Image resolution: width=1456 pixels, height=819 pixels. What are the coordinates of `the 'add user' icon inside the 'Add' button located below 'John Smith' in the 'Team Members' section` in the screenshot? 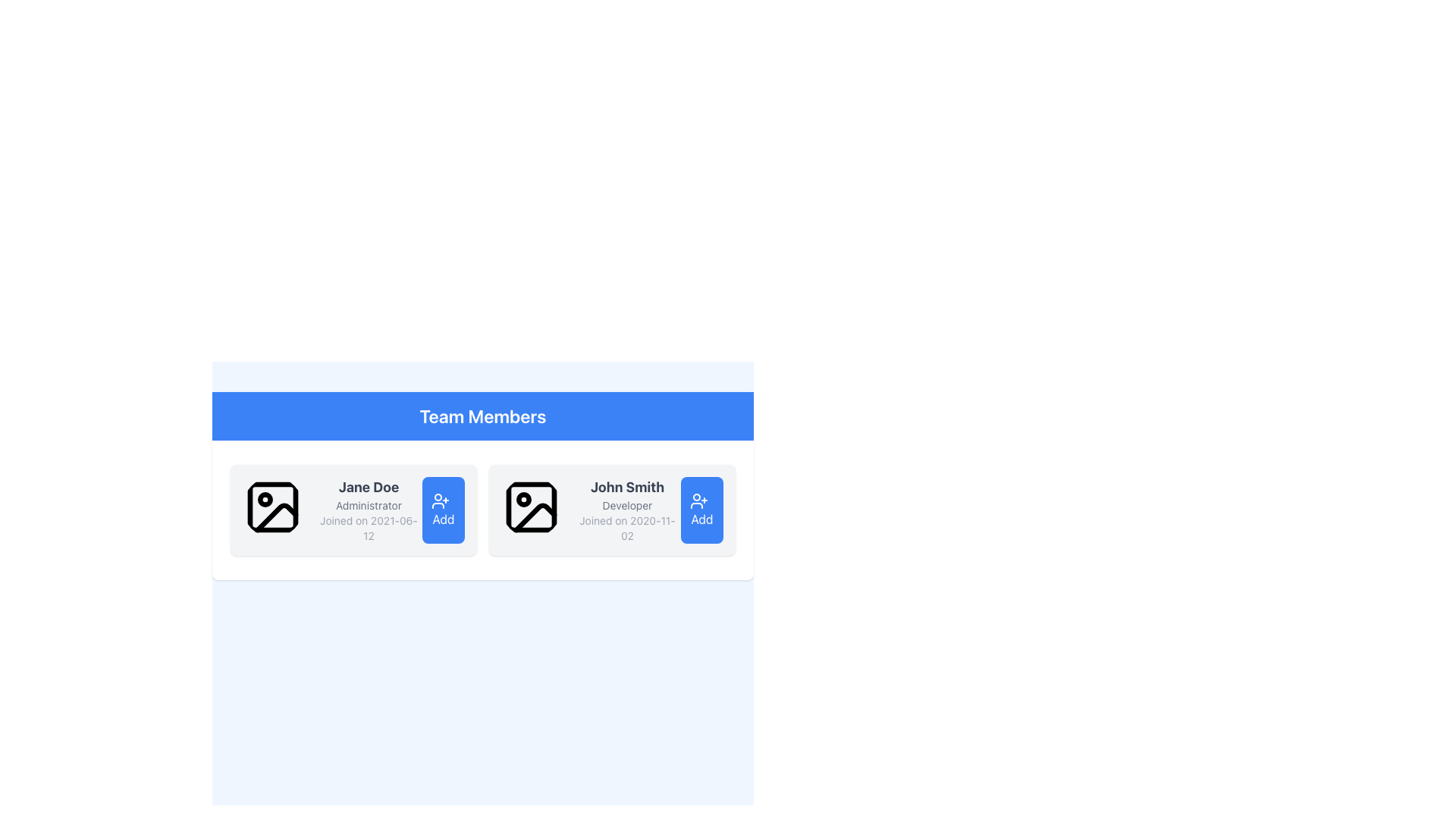 It's located at (698, 500).